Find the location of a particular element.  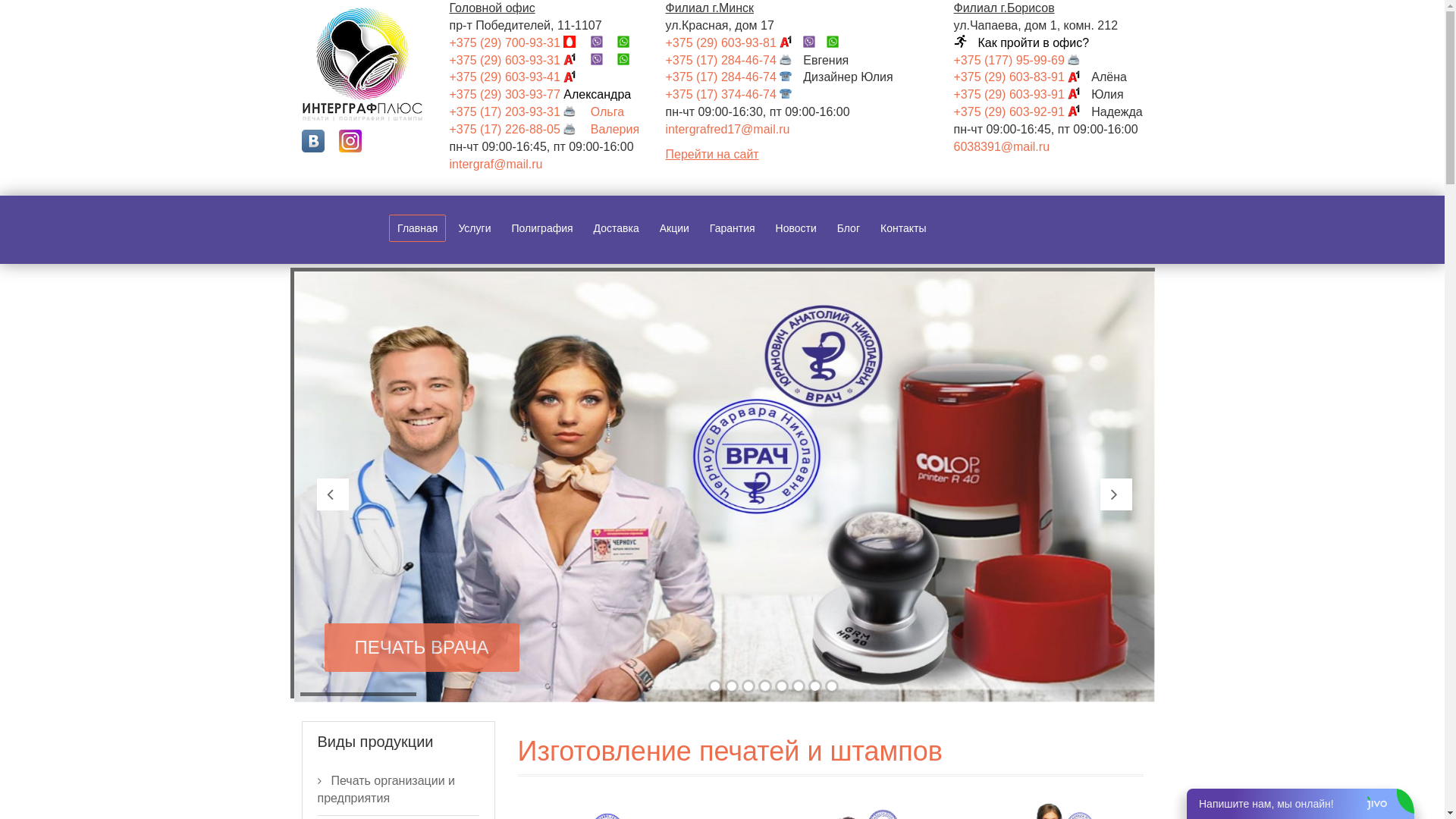

'+375 (17) 374-46-74 ' is located at coordinates (735, 94).